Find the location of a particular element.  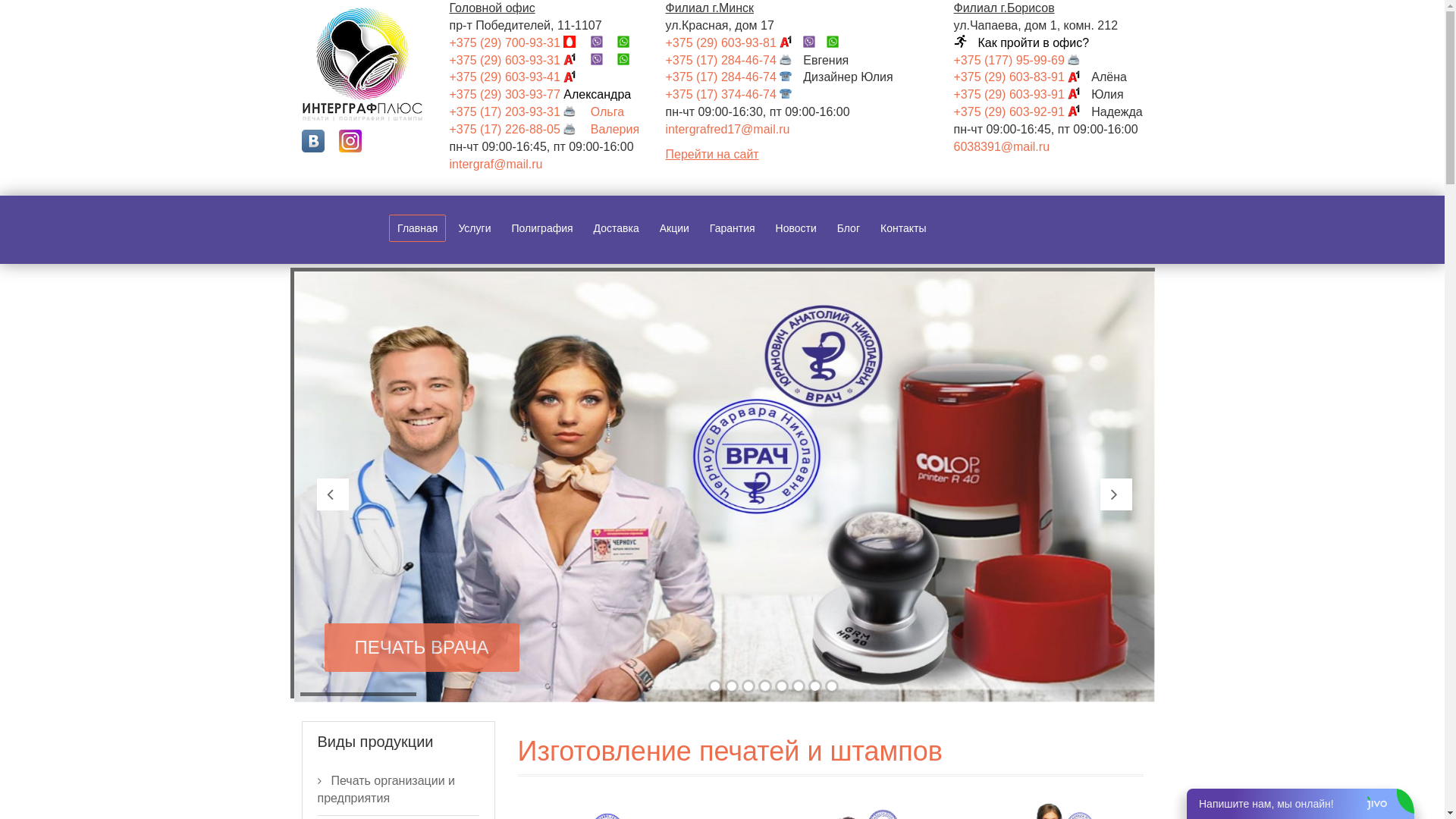

'+375 (17) 374-46-74 ' is located at coordinates (735, 94).